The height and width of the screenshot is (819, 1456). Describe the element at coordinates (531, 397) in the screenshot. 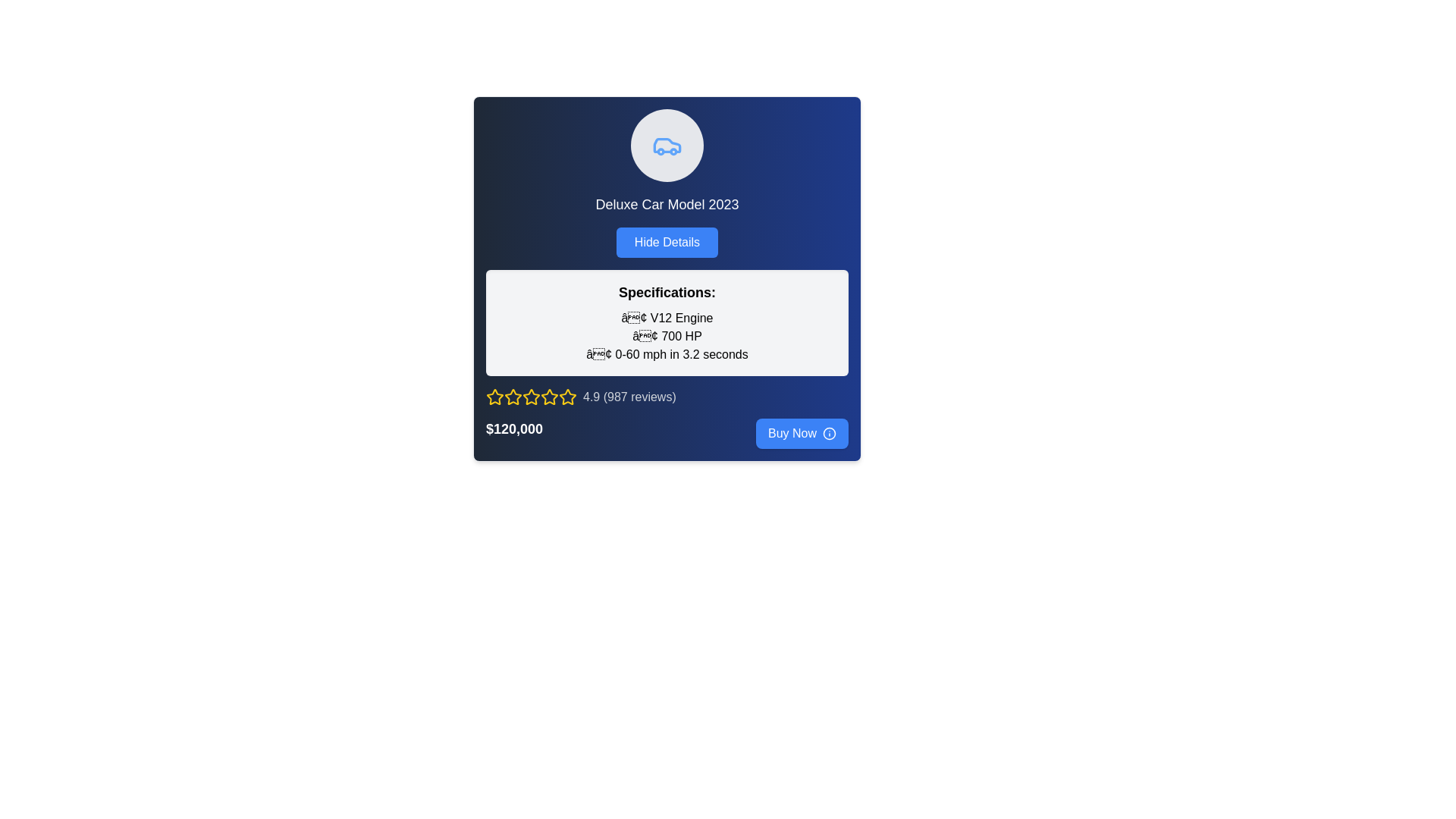

I see `the fifth Rating Star element, which is styled with a border and hollow center, part of a yellow-colored rating system located under the product details` at that location.